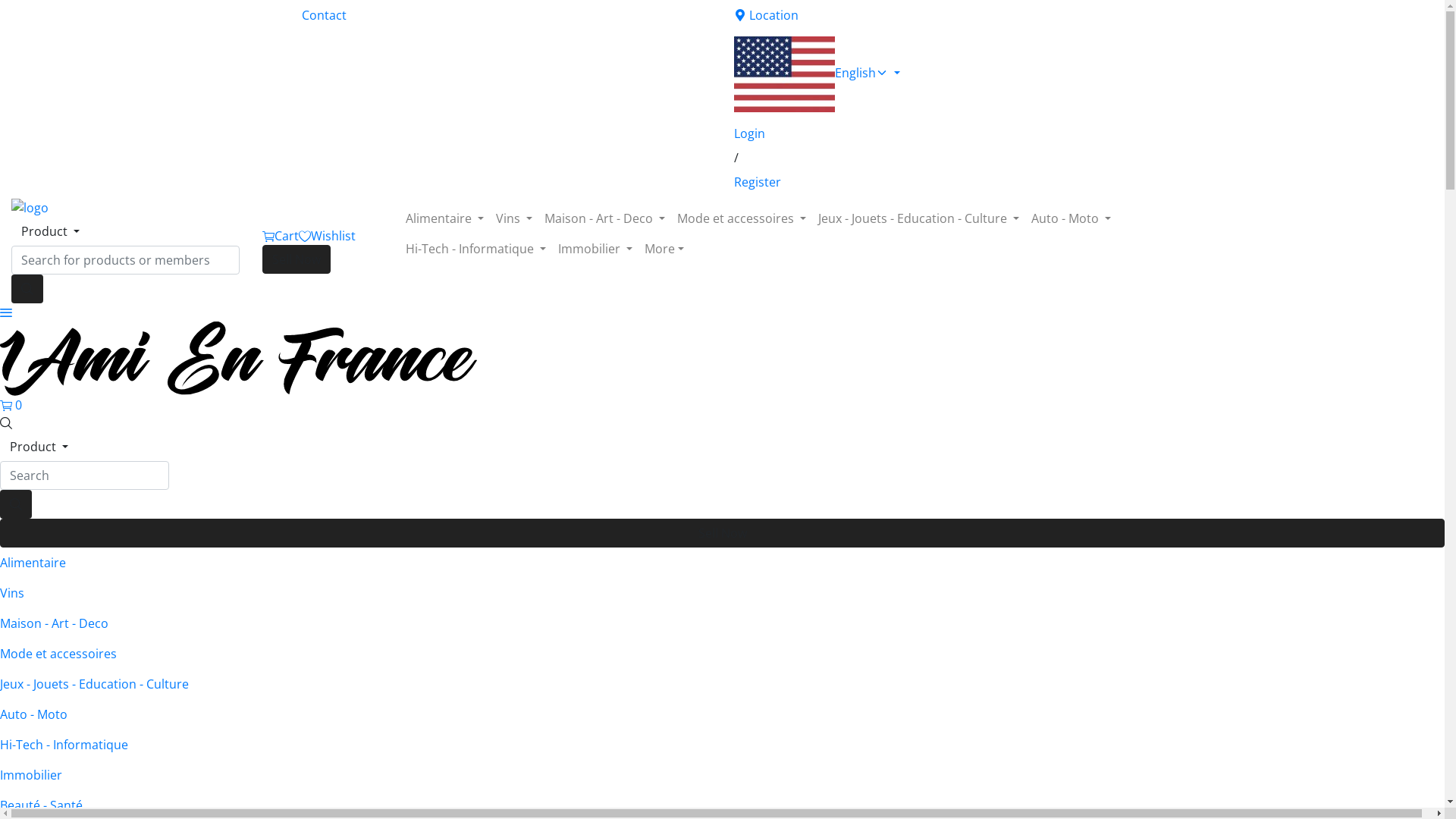  Describe the element at coordinates (39, 446) in the screenshot. I see `'Product'` at that location.